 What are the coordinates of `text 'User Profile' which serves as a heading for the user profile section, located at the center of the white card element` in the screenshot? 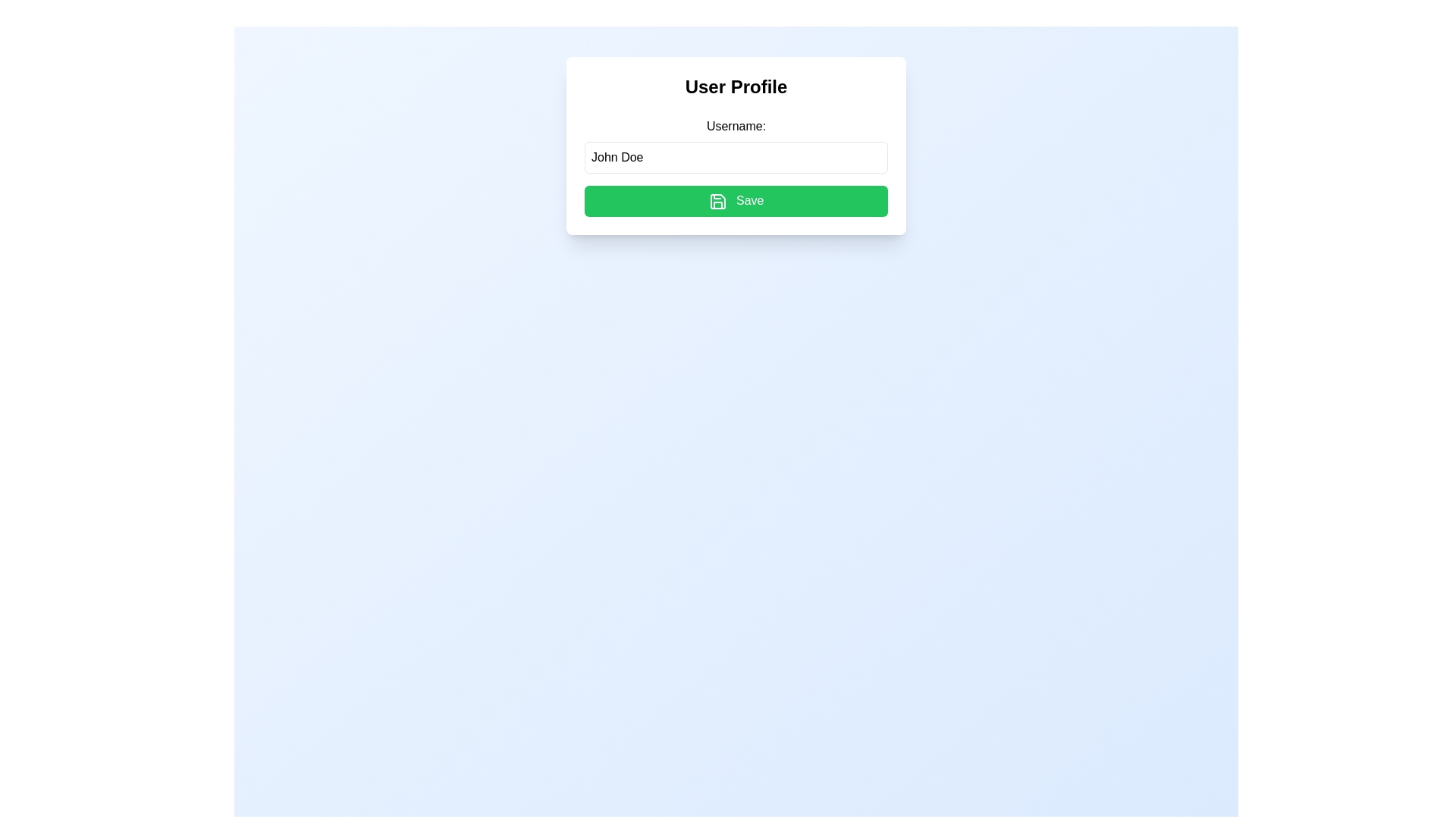 It's located at (736, 87).